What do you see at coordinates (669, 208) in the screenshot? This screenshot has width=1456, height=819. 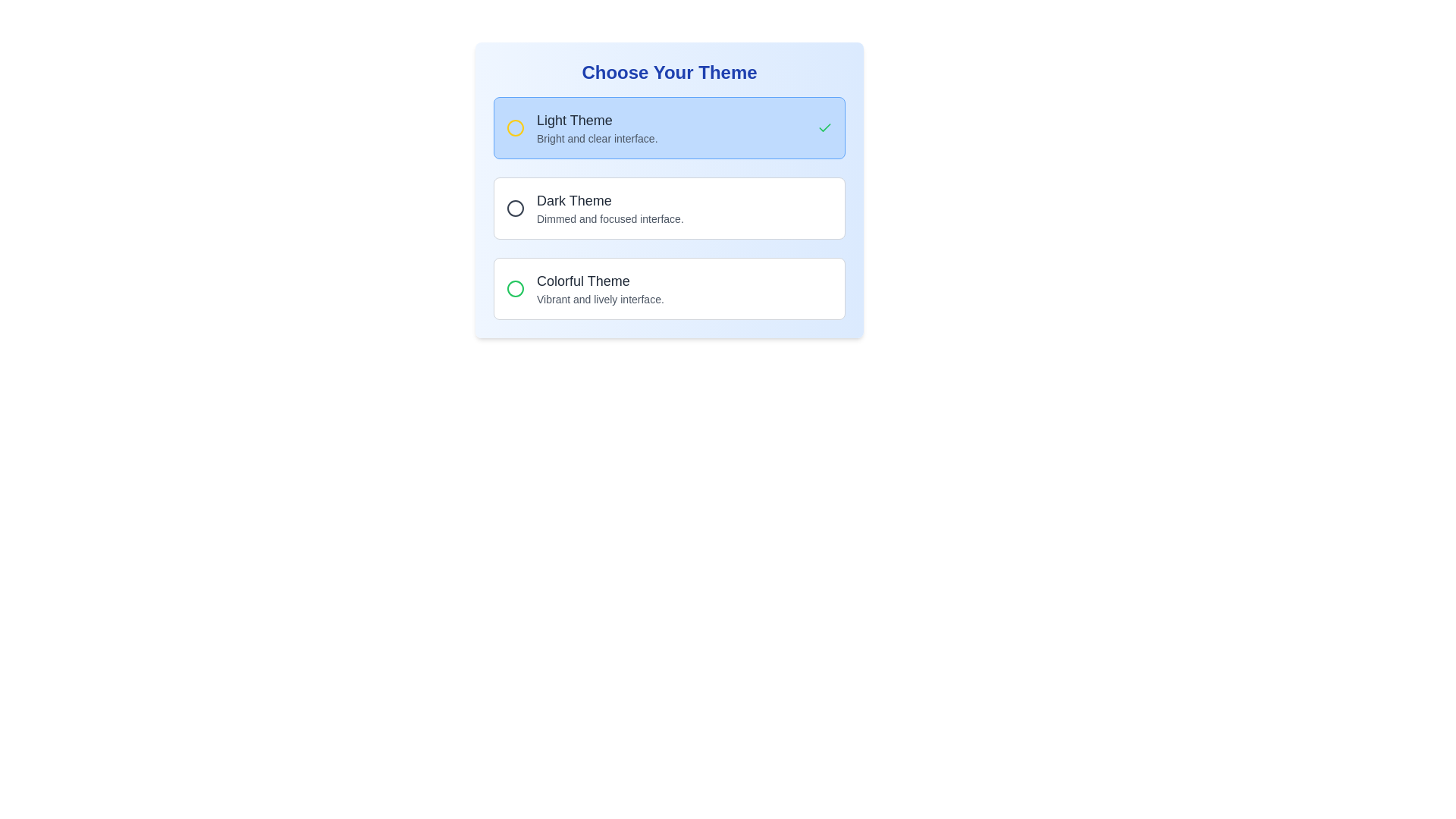 I see `the 'Dark Theme' selectable option box, which is the second option in the 'Choose Your Theme' list, located between 'Light Theme' and 'Colorful Theme'` at bounding box center [669, 208].